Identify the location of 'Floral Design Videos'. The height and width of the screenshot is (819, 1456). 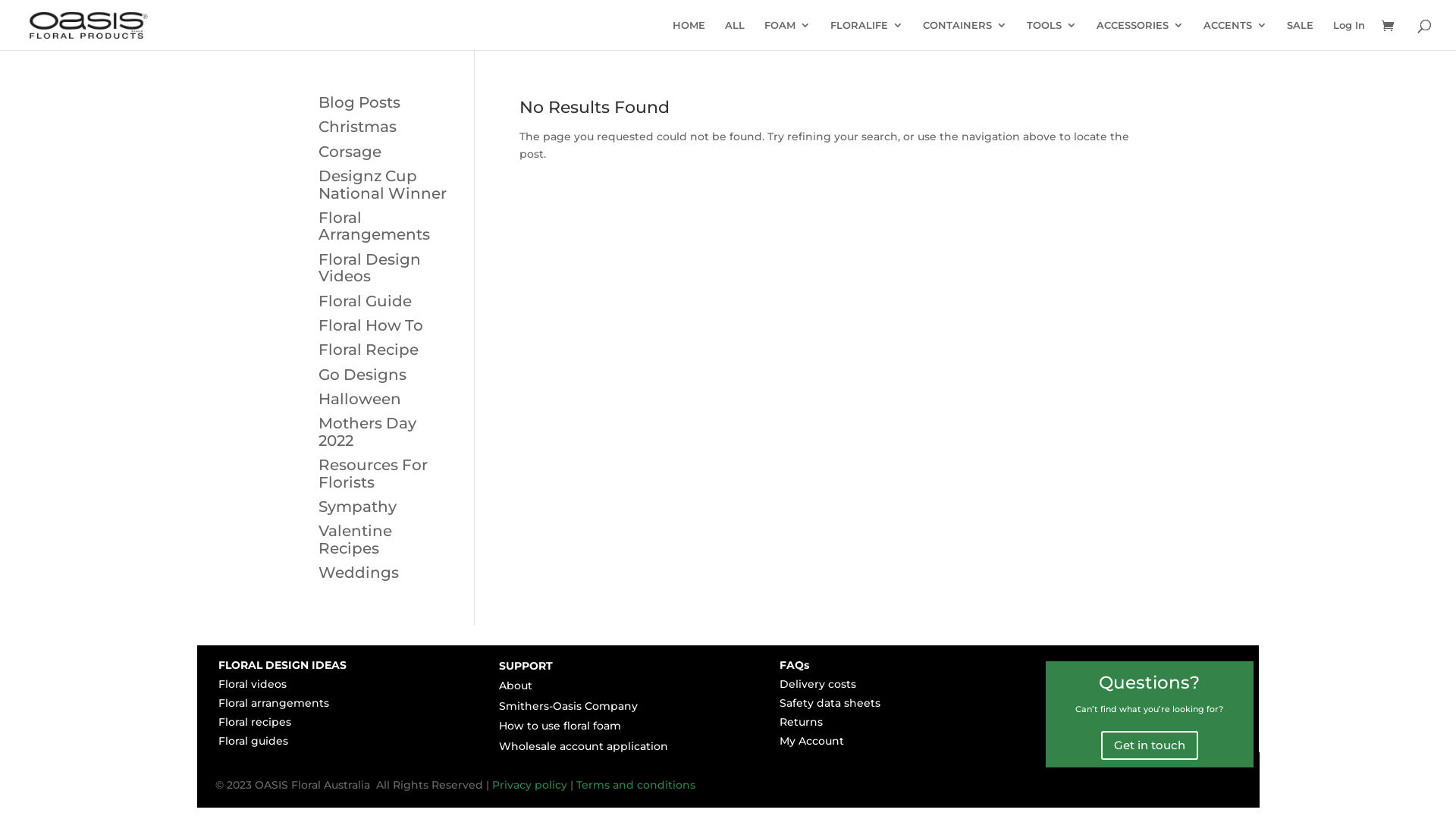
(318, 267).